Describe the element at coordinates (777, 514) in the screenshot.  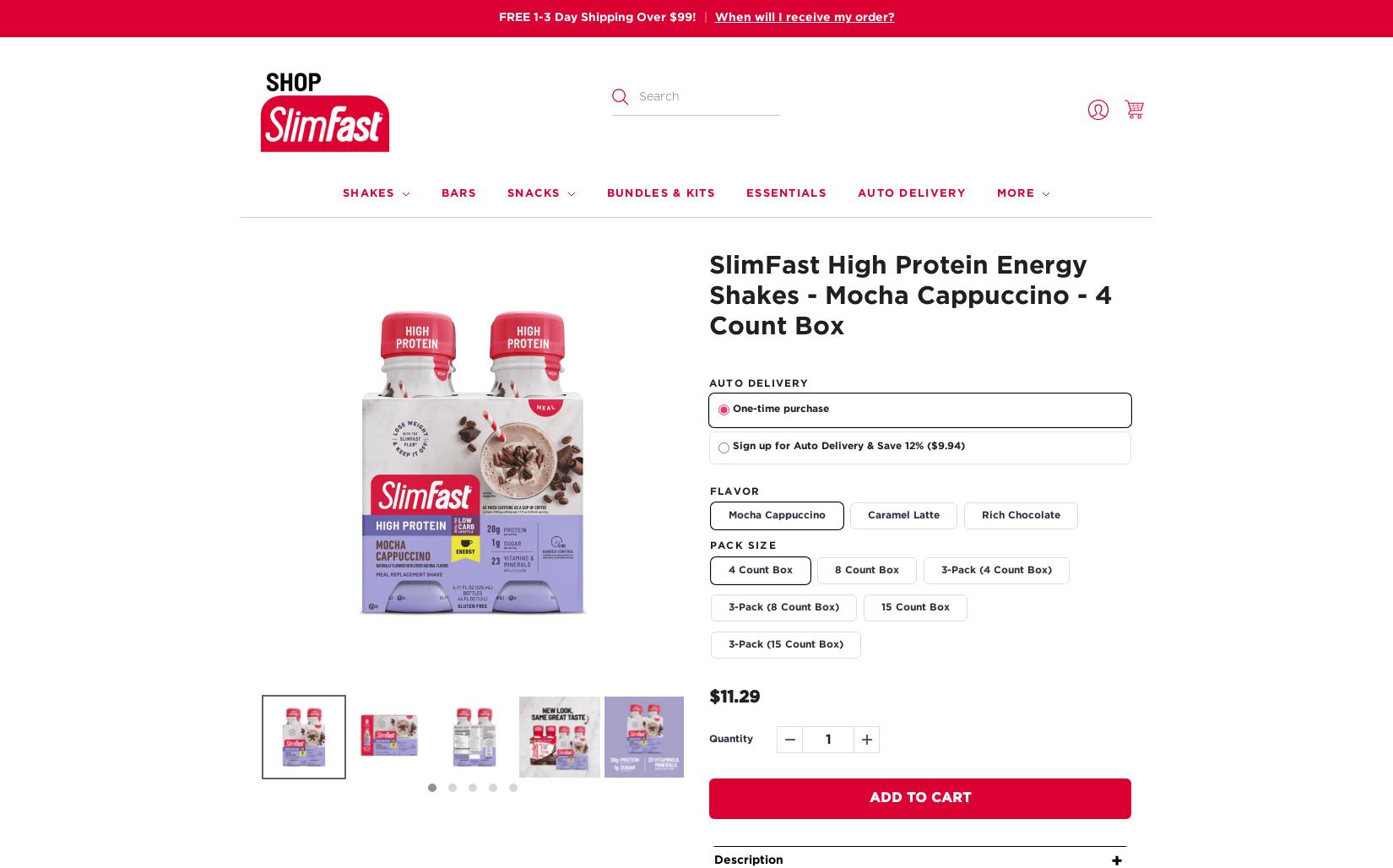
I see `'Mocha Cappuccino'` at that location.